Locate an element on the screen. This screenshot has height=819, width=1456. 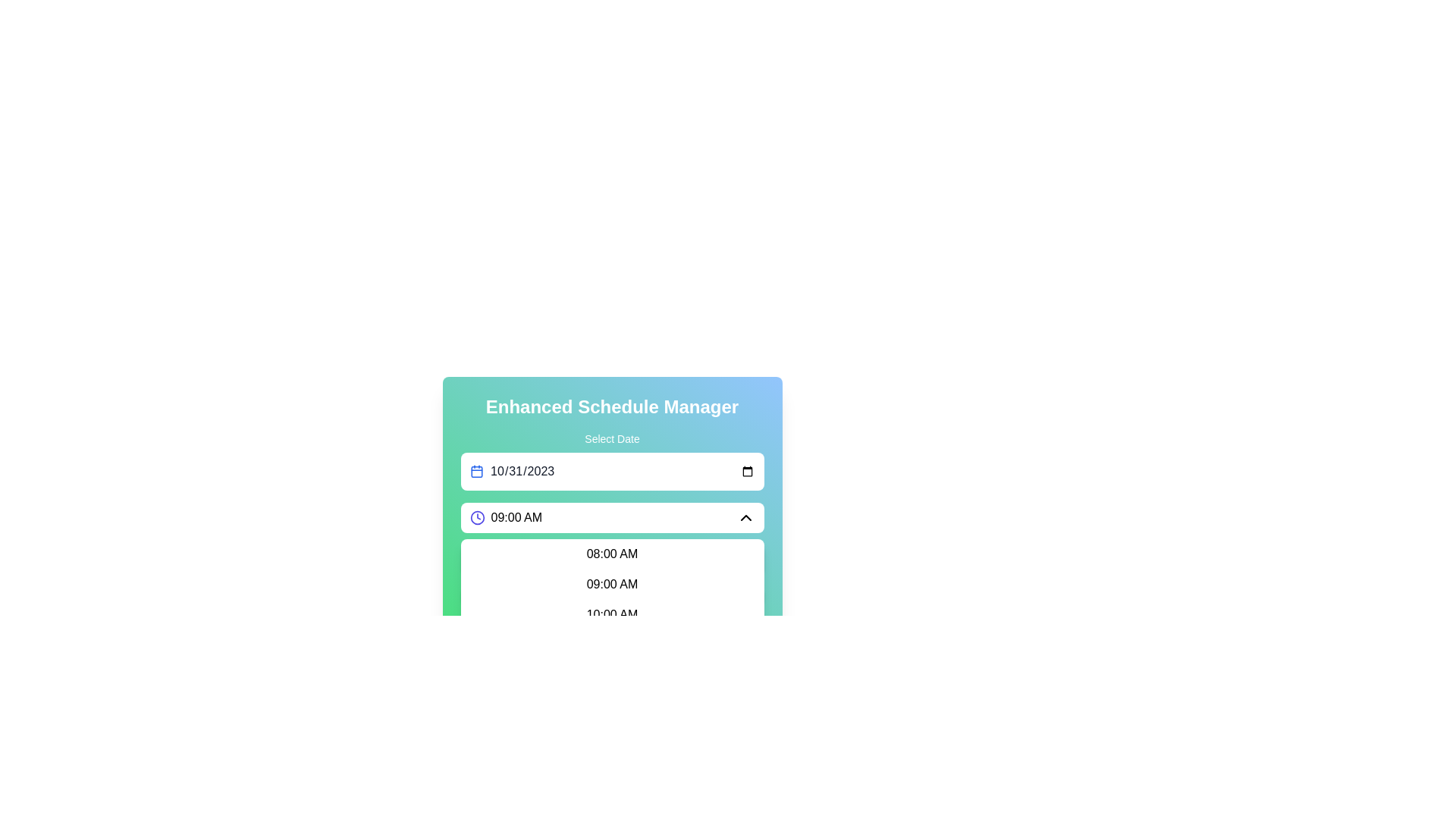
the decorative element within the SVG calendar icon, which is centrally located inside the calendar and enhances its representation is located at coordinates (475, 471).